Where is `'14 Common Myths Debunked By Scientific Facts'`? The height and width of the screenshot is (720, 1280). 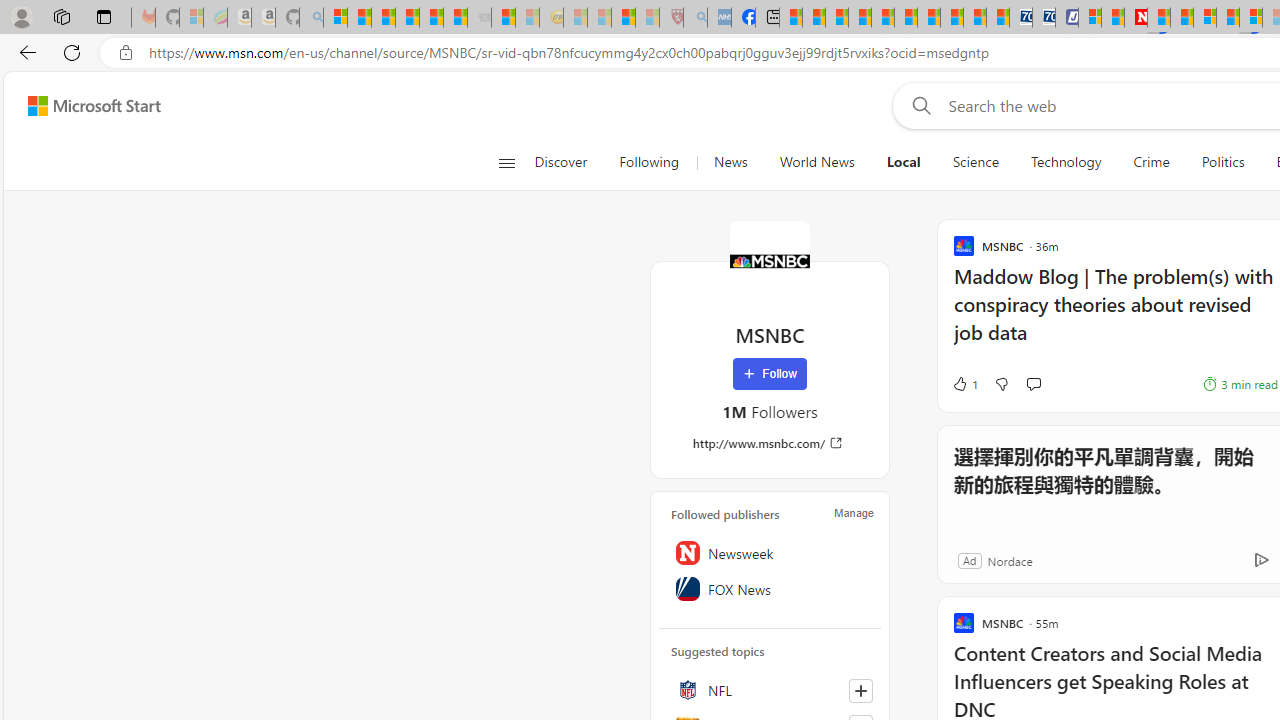
'14 Common Myths Debunked By Scientific Facts' is located at coordinates (1182, 17).